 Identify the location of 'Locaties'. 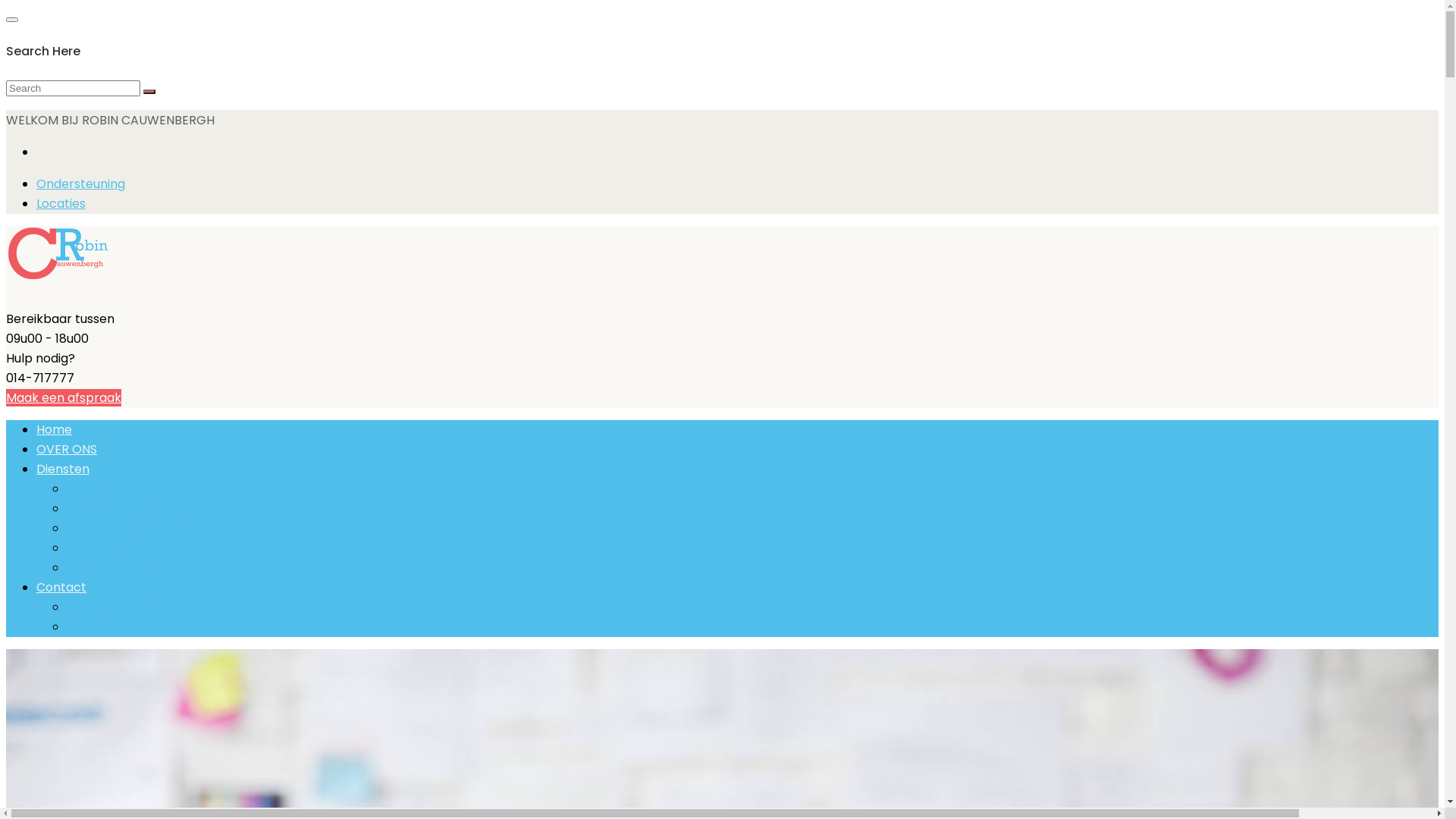
(36, 202).